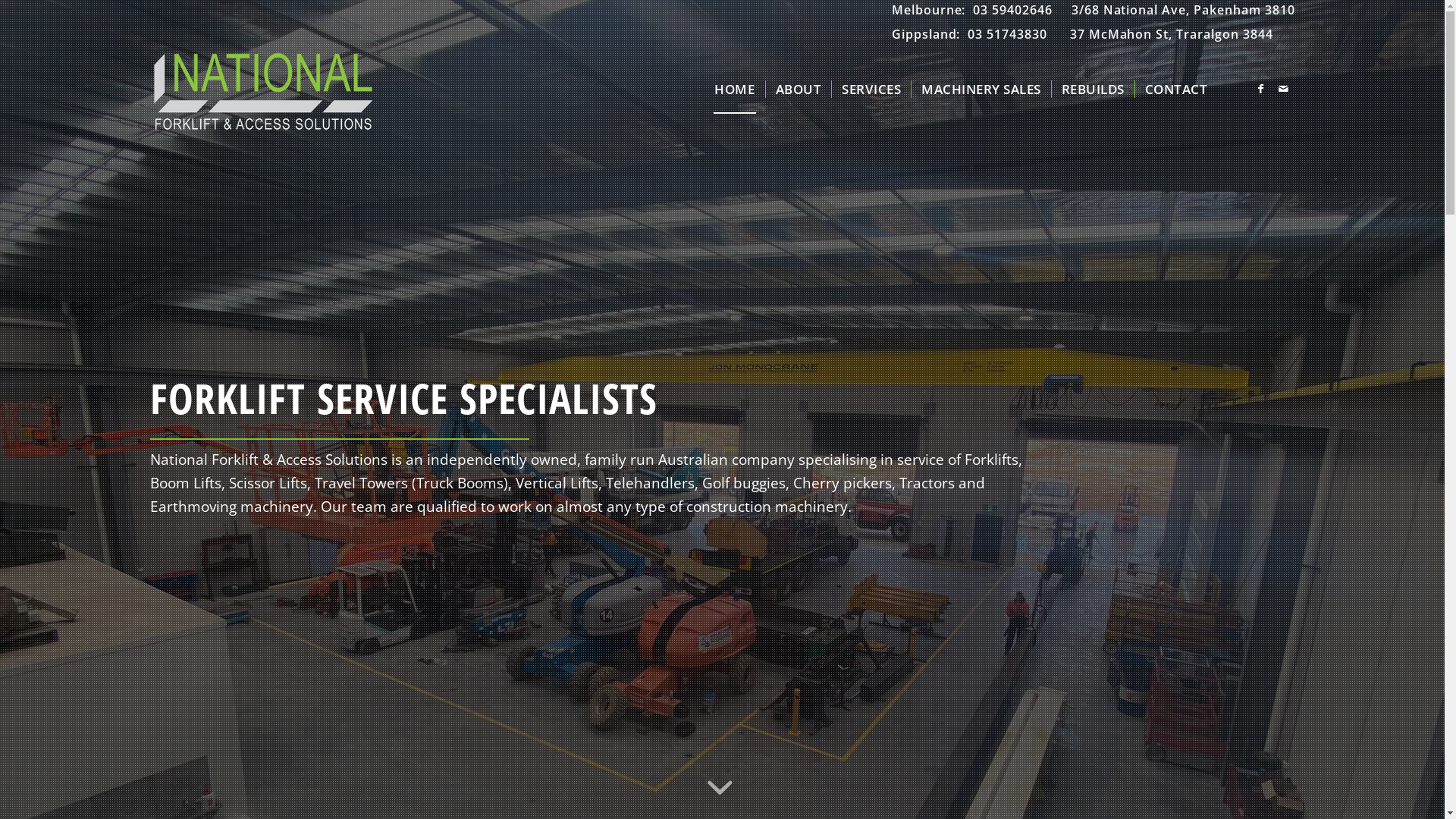  What do you see at coordinates (734, 89) in the screenshot?
I see `'HOME'` at bounding box center [734, 89].